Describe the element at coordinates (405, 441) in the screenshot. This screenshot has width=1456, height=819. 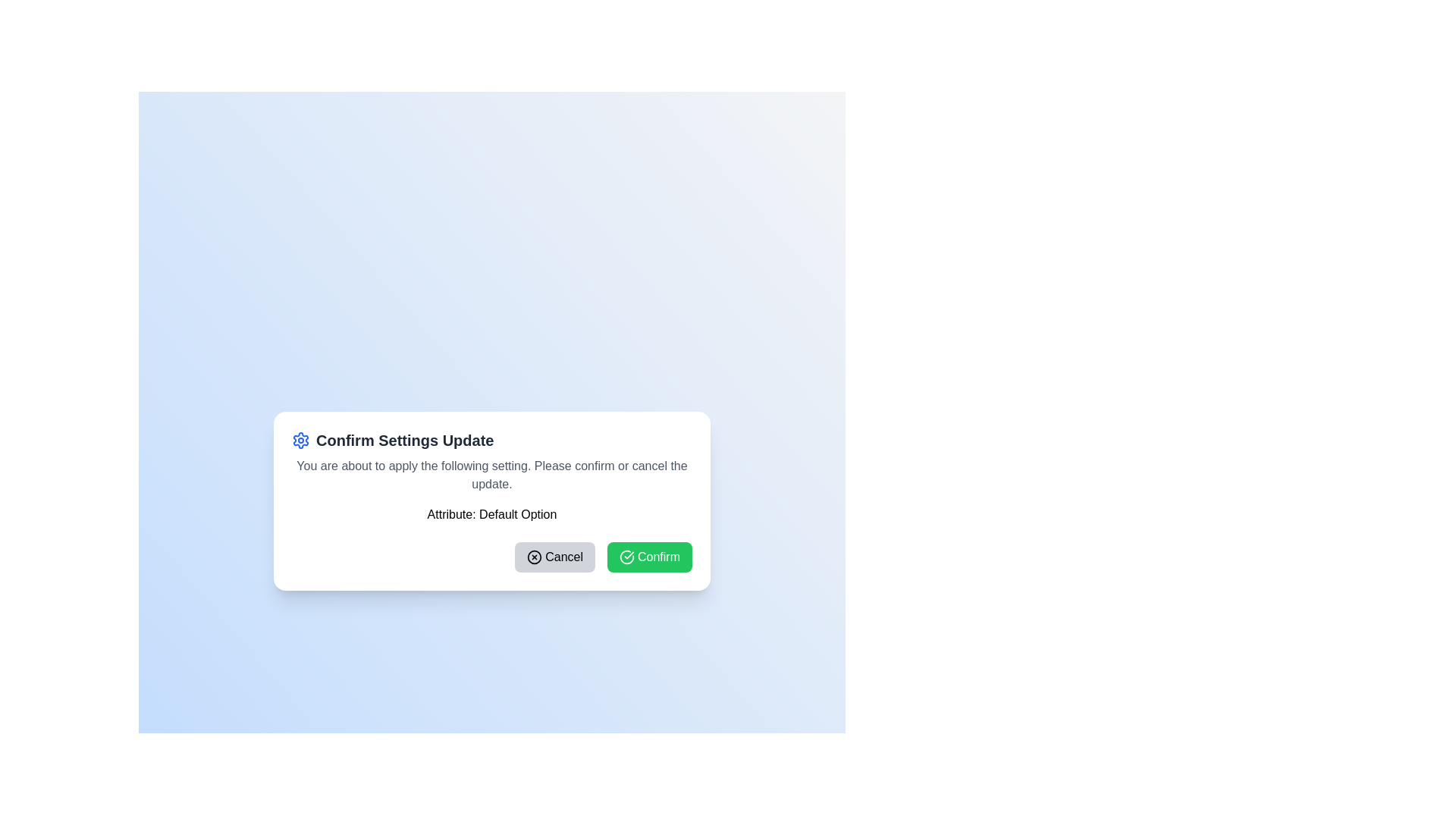
I see `the text element that serves as the title or heading for the modal confirming an update to settings, located at the top of the modal dialog box` at that location.